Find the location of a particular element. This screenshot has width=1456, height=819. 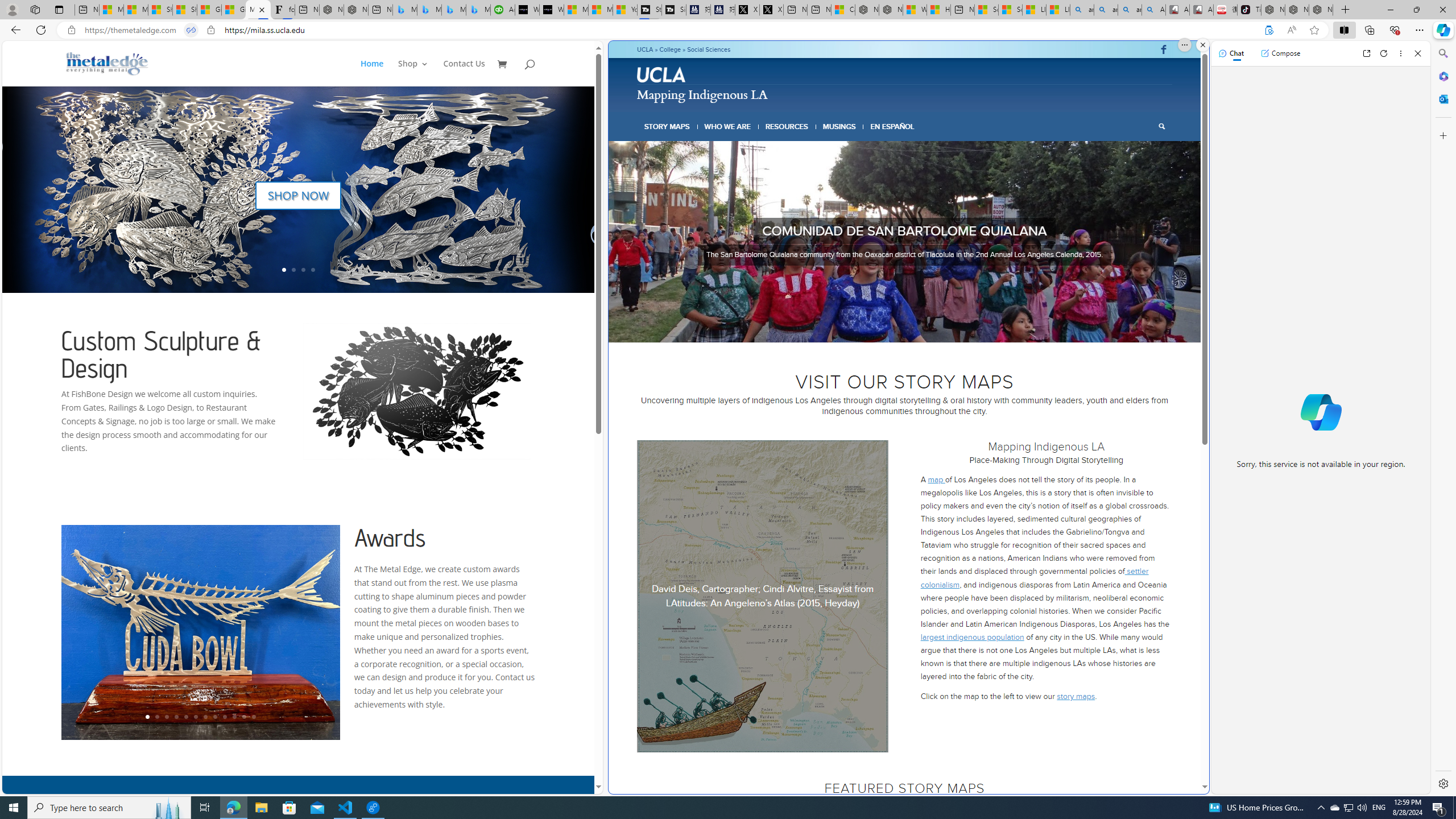

'map ' is located at coordinates (936, 479).